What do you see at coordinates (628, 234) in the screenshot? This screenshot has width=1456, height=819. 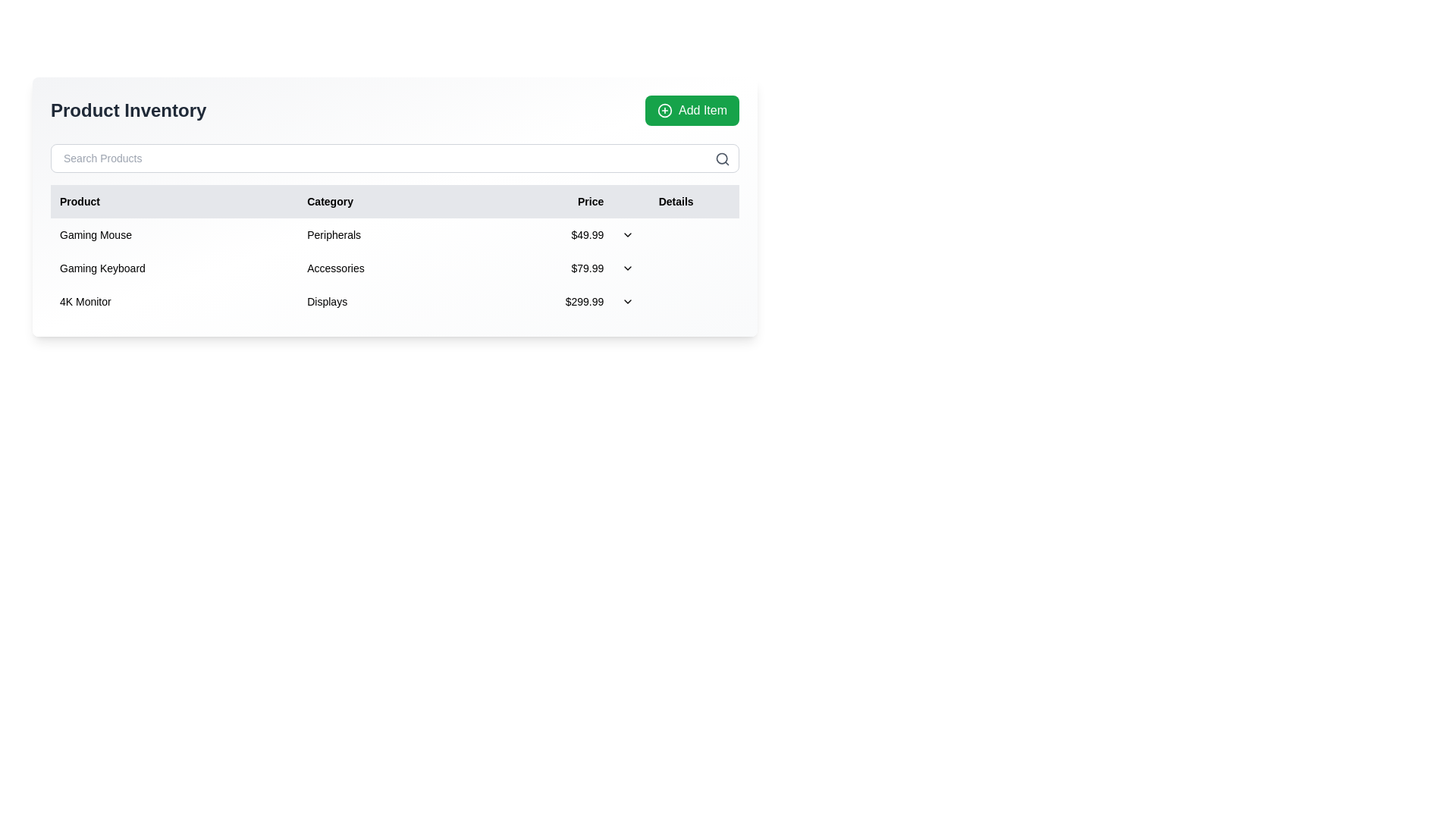 I see `the Dropdown icon in the 'Details' column of the first row of the product table` at bounding box center [628, 234].